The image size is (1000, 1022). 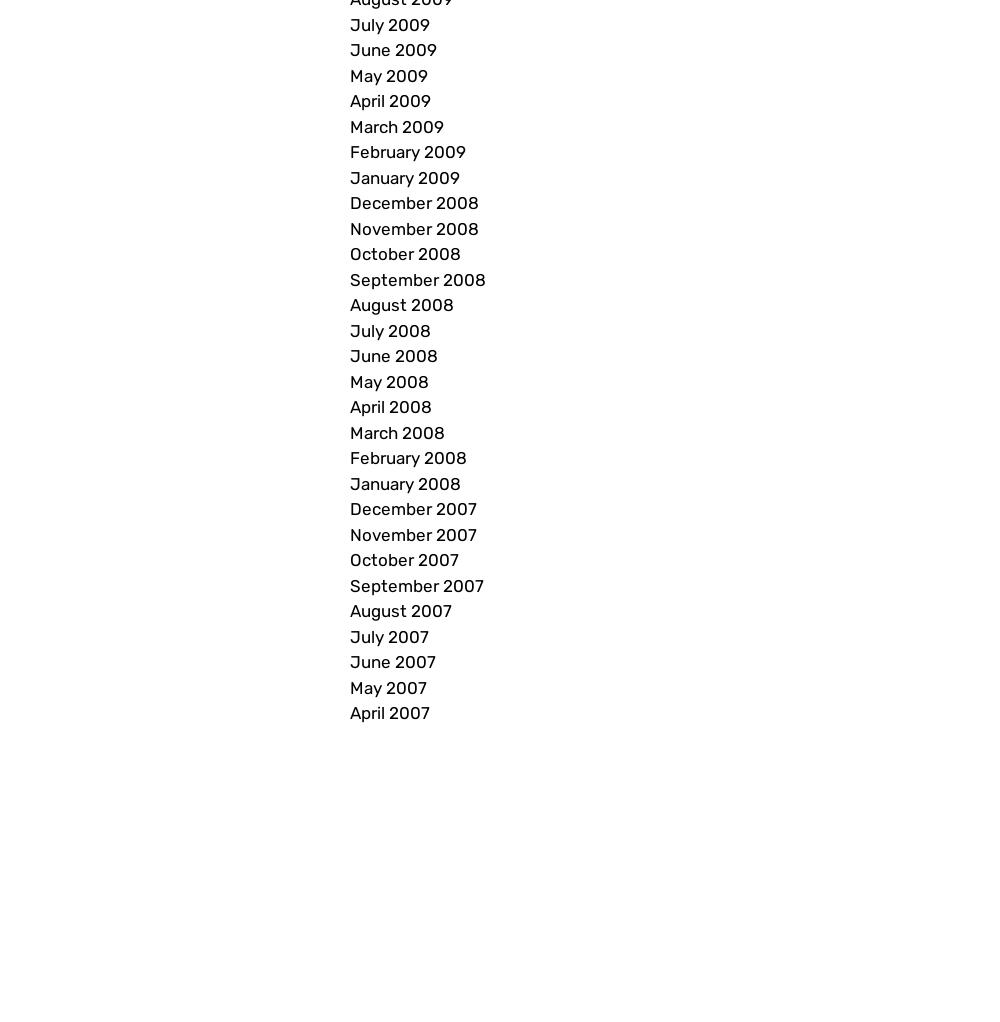 What do you see at coordinates (390, 713) in the screenshot?
I see `'April 2007'` at bounding box center [390, 713].